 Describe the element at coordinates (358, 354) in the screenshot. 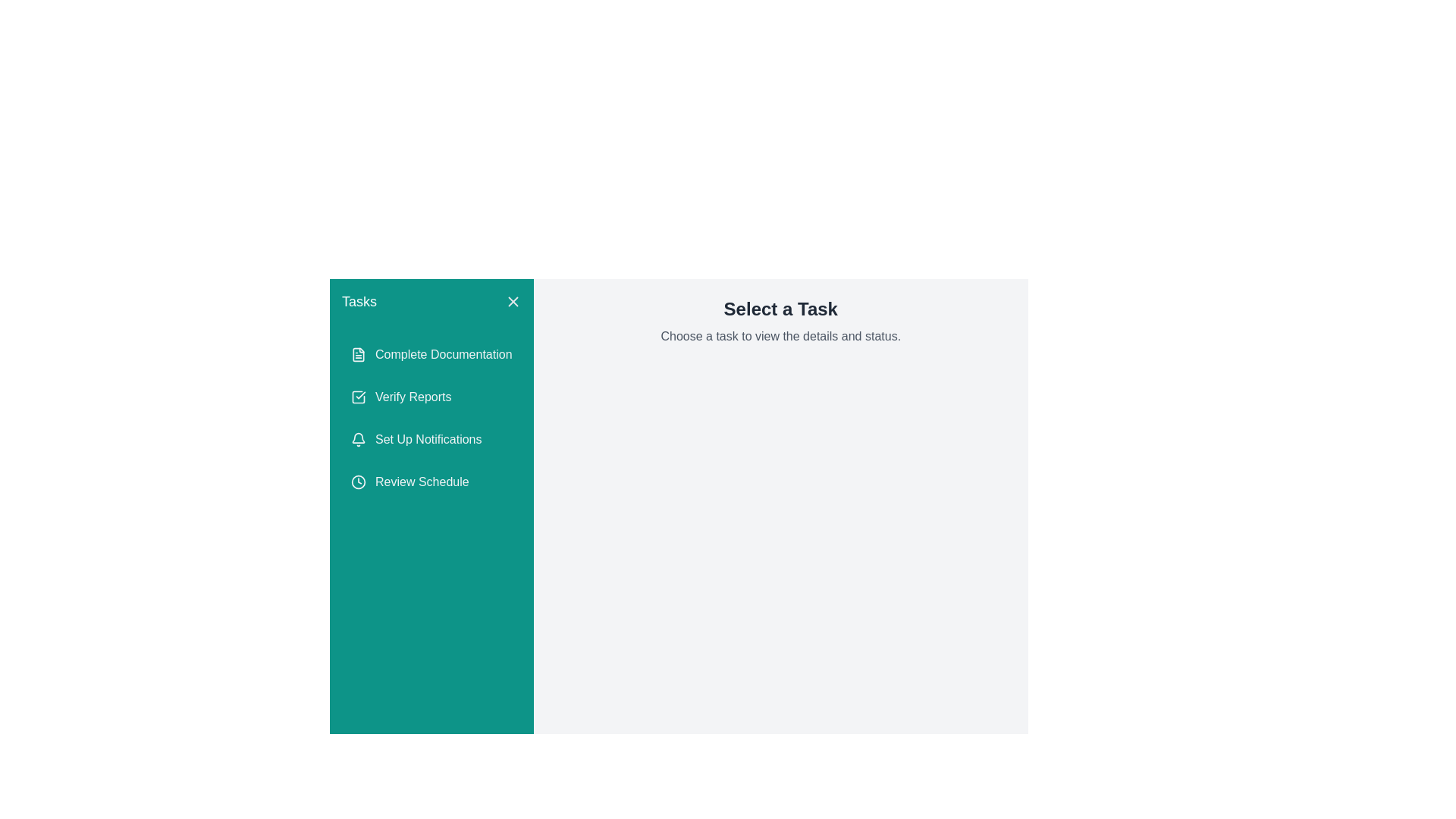

I see `the icon representing the 'Complete Documentation' task option, which is located at the top of the task options list on the left panel` at that location.